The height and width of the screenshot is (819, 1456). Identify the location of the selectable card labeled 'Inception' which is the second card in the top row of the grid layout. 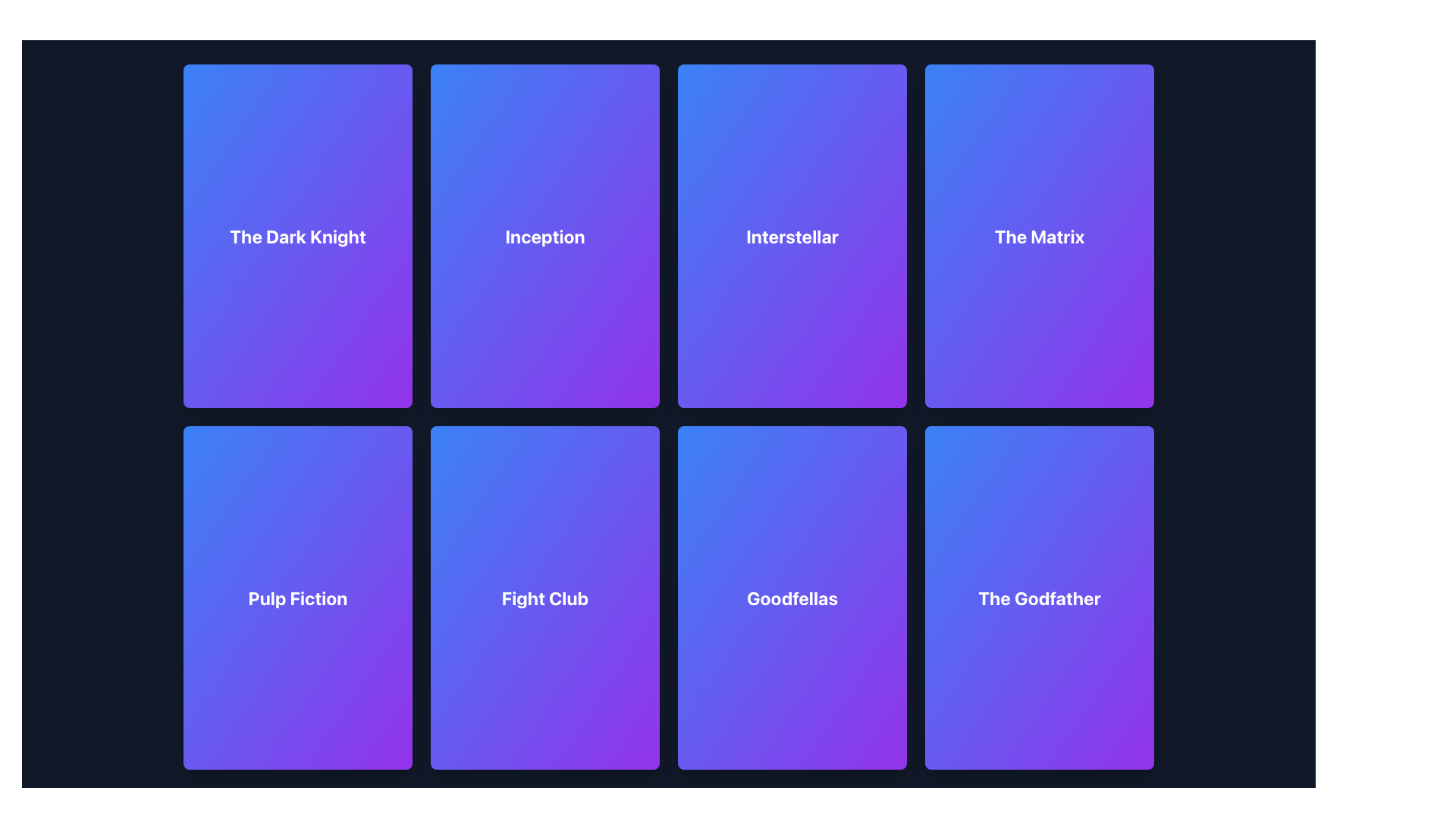
(545, 236).